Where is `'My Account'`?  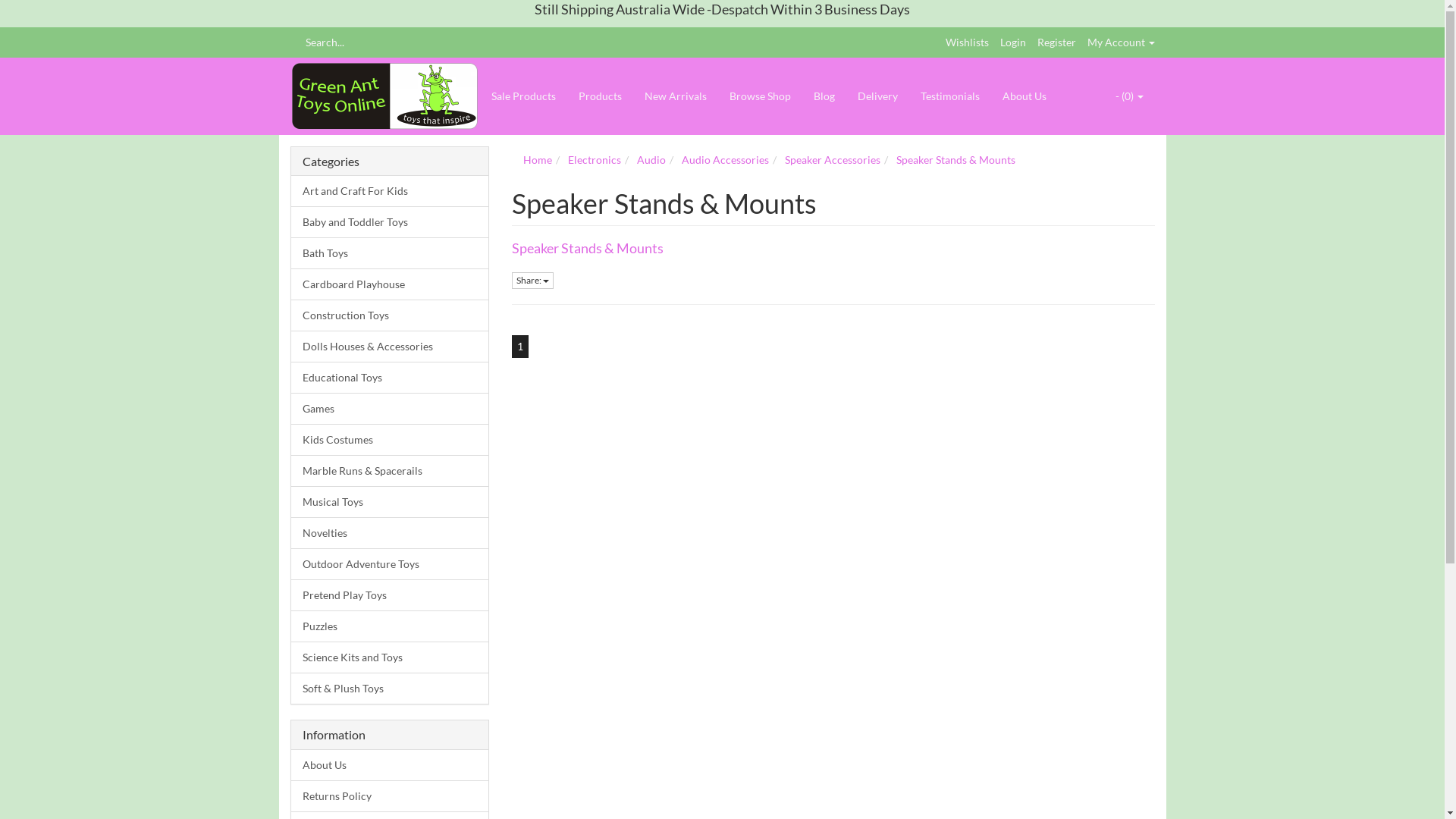 'My Account' is located at coordinates (1121, 41).